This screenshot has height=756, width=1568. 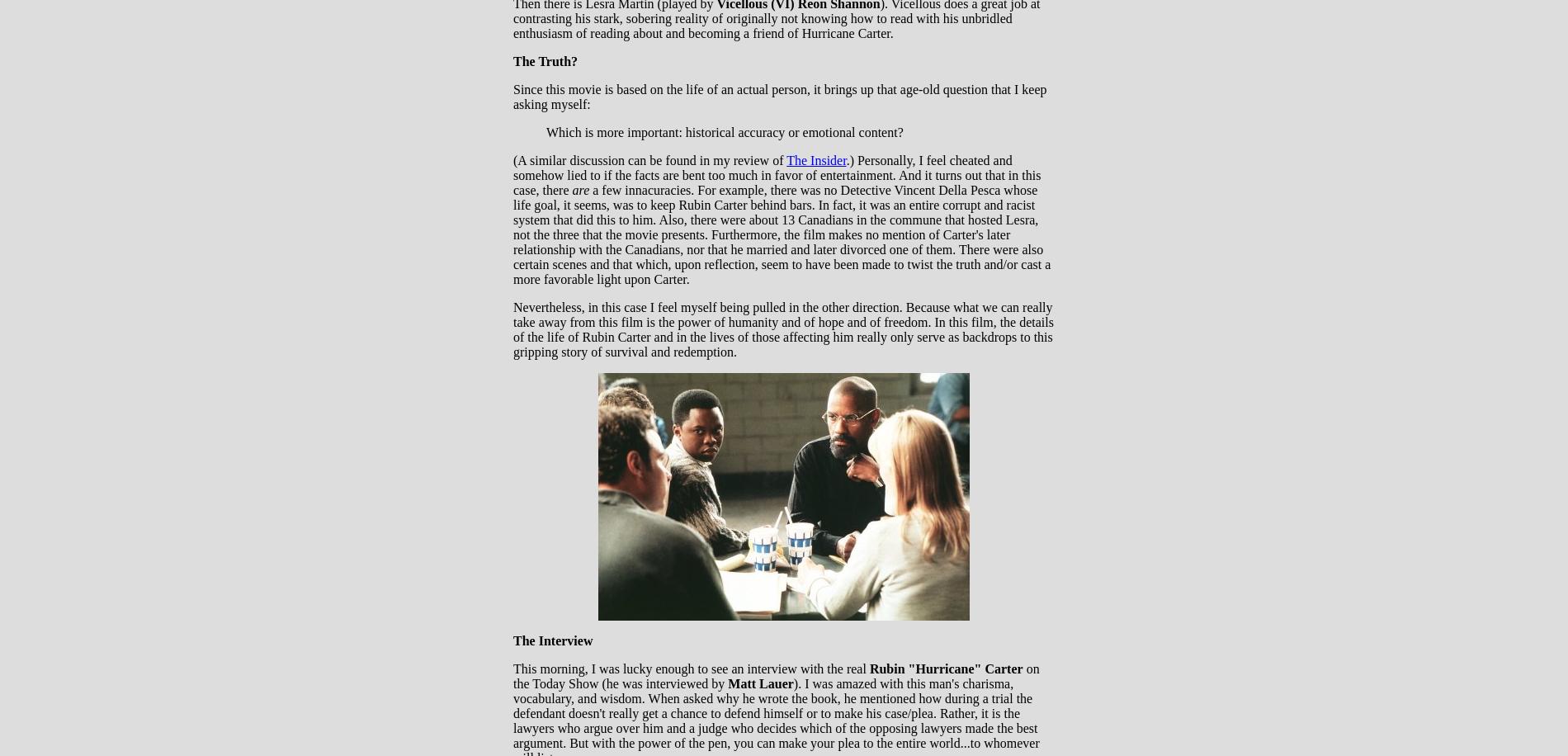 I want to click on 'Matt Lauer', so click(x=759, y=683).